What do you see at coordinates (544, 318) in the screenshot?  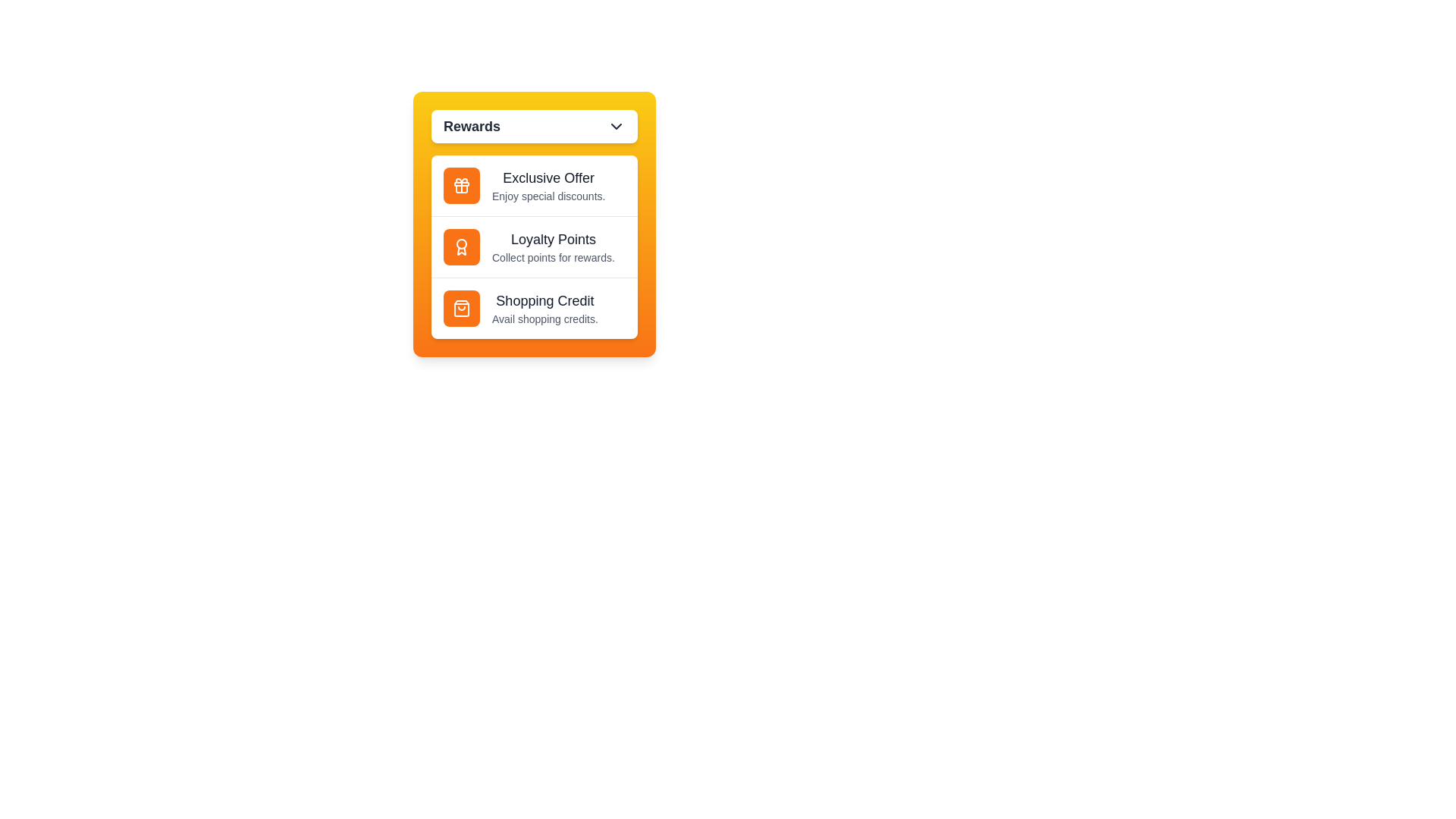 I see `descriptive text label below the 'Shopping Credit' title within the third item of the reward options list, which is aligned towards the bottom-center of the yellow-orange bordered card` at bounding box center [544, 318].